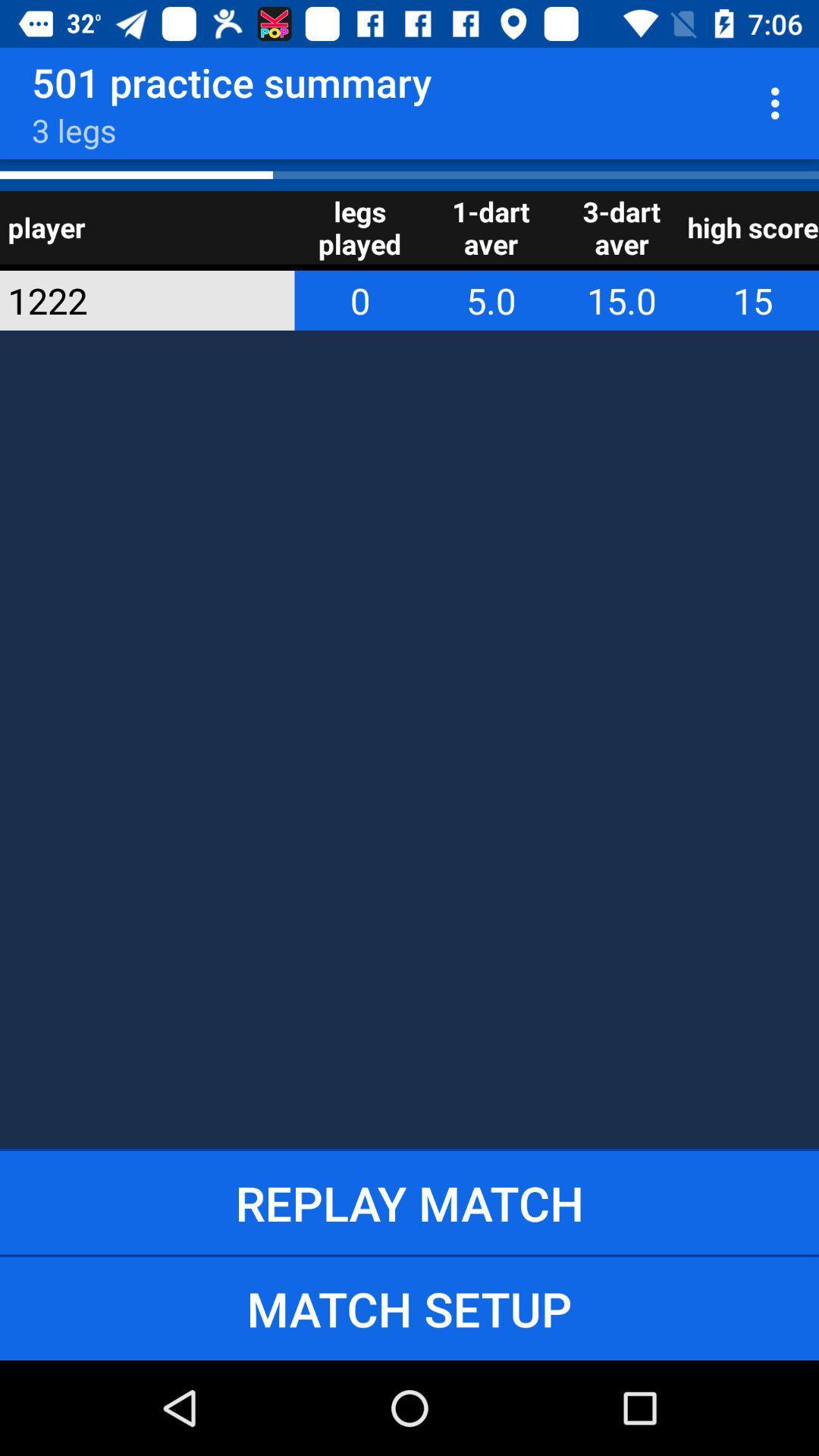  I want to click on the 1222 item, so click(126, 300).